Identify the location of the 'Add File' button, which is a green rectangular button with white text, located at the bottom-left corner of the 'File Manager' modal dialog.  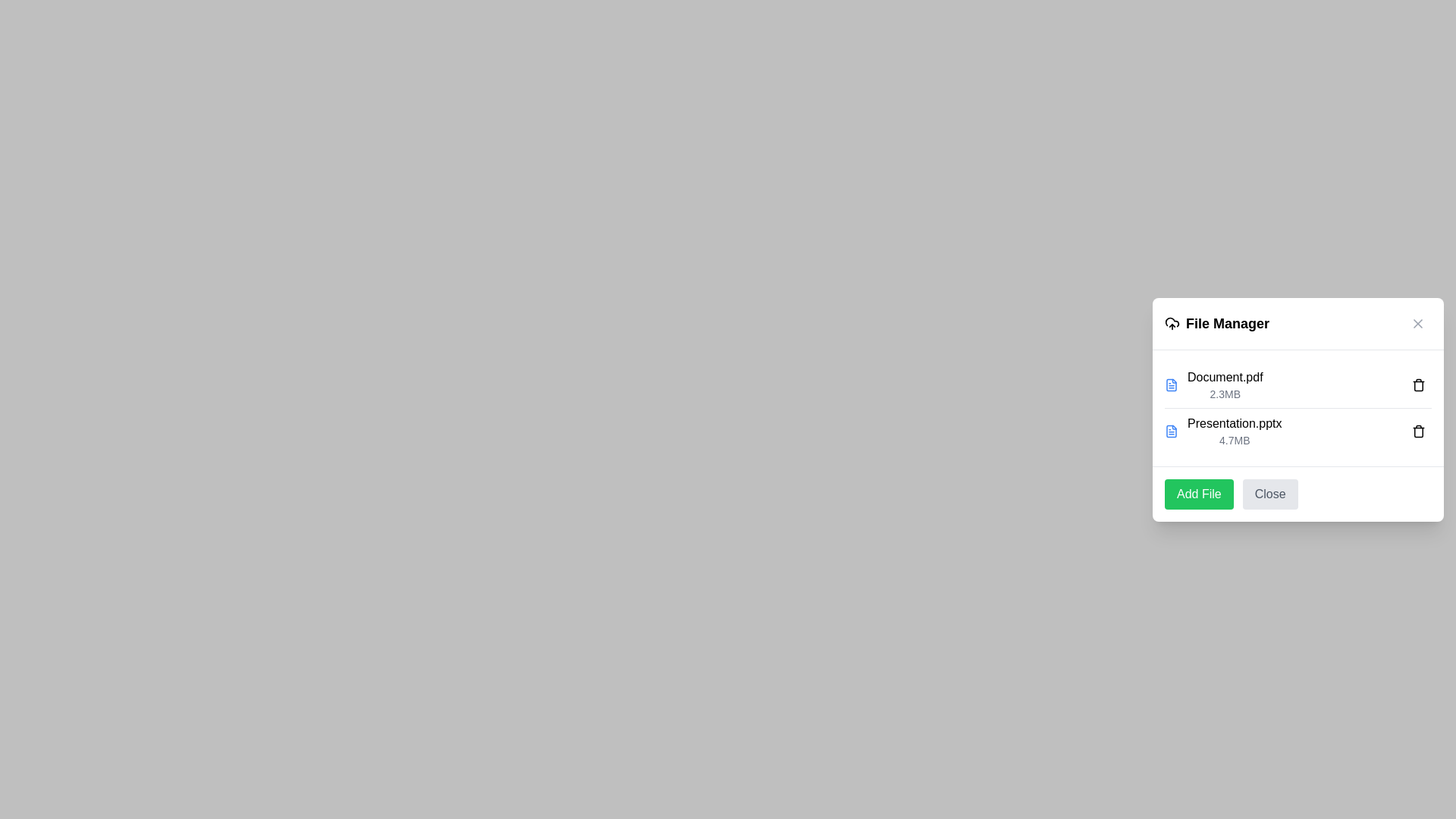
(1198, 494).